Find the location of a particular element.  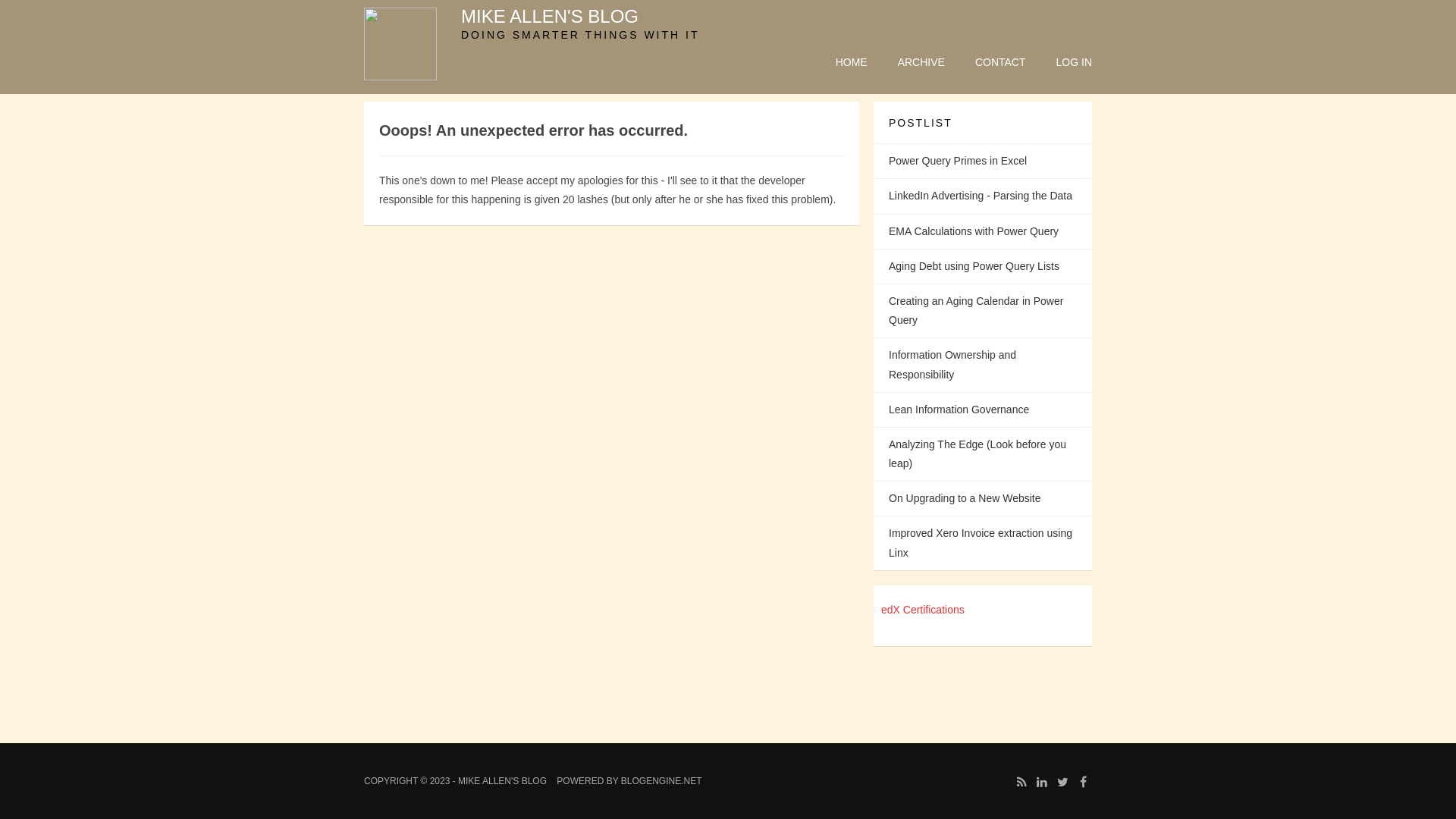

'Aging Debt using Power Query Lists' is located at coordinates (983, 265).